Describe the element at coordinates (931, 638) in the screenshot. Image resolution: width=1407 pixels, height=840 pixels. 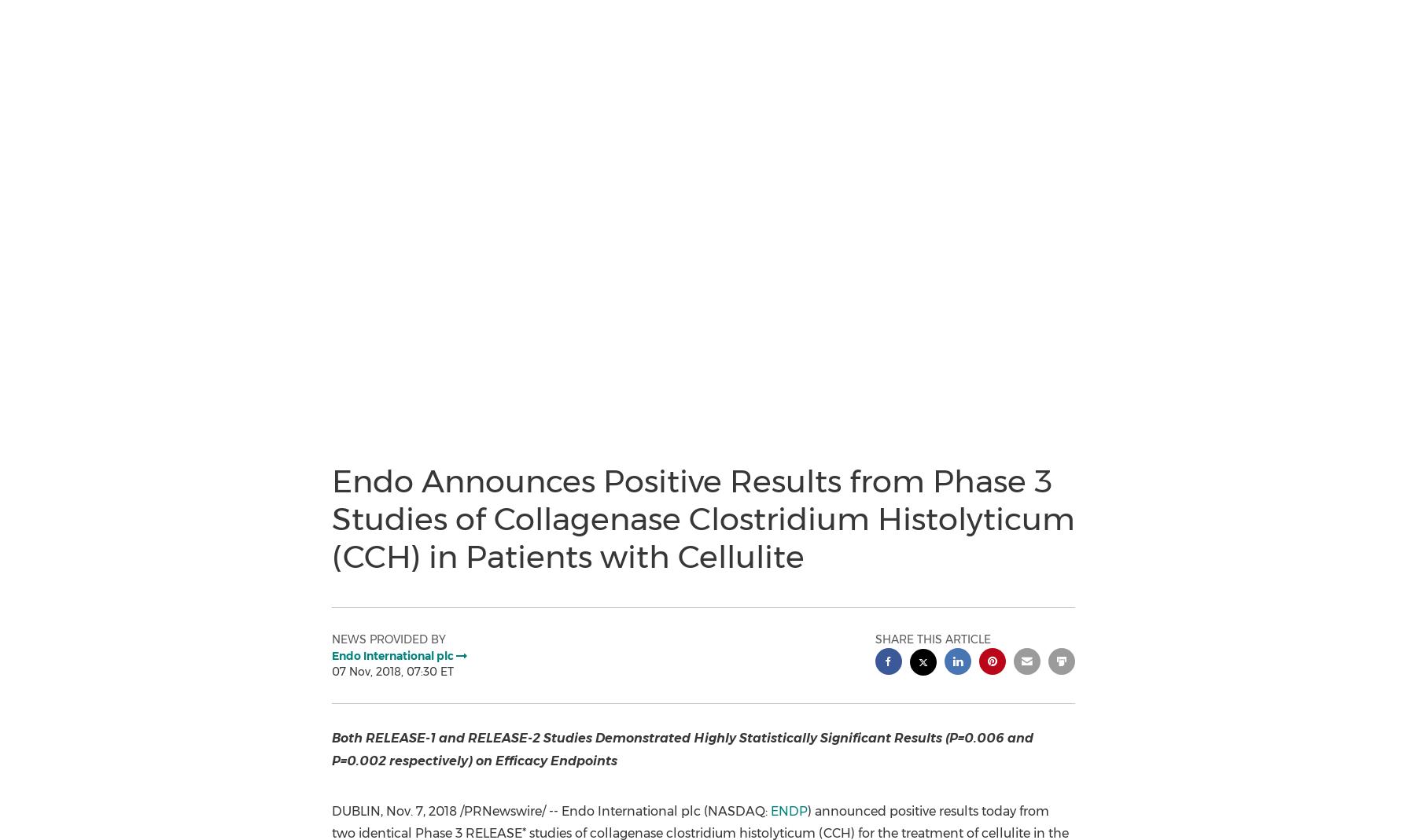
I see `'Share this article'` at that location.